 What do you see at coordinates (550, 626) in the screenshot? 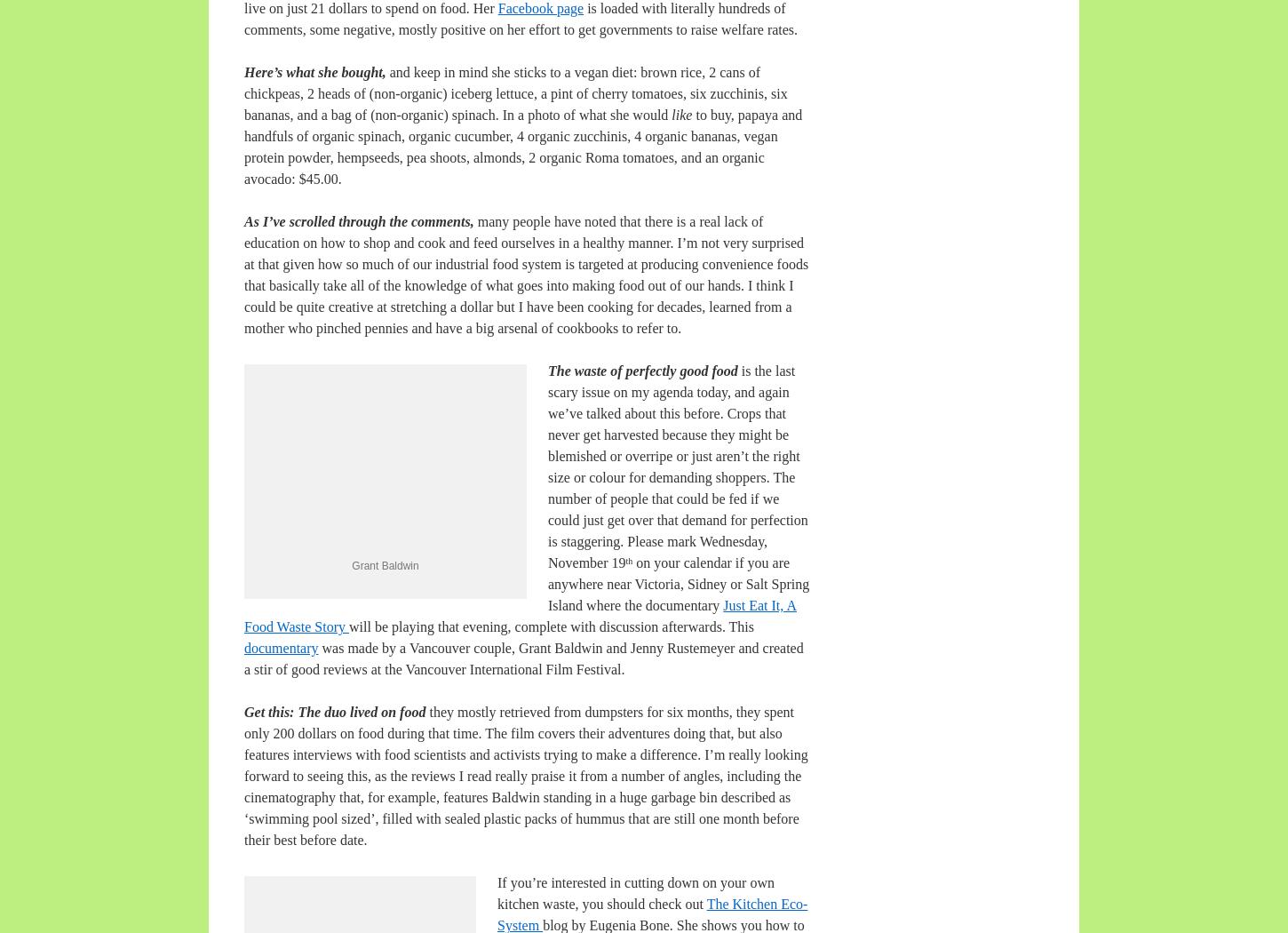
I see `'will be playing that evening, complete with discussion afterwards. This'` at bounding box center [550, 626].